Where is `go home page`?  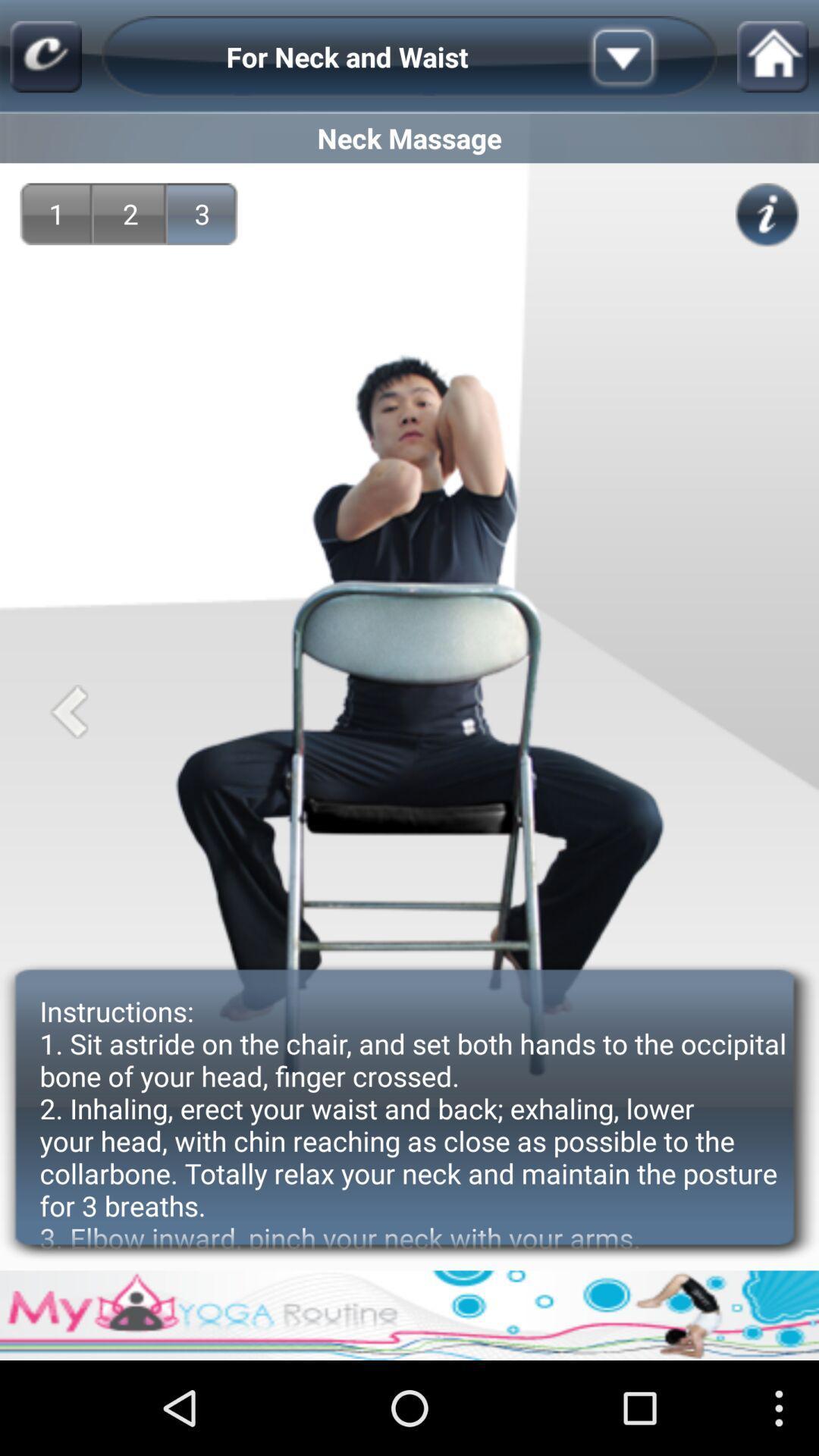 go home page is located at coordinates (773, 57).